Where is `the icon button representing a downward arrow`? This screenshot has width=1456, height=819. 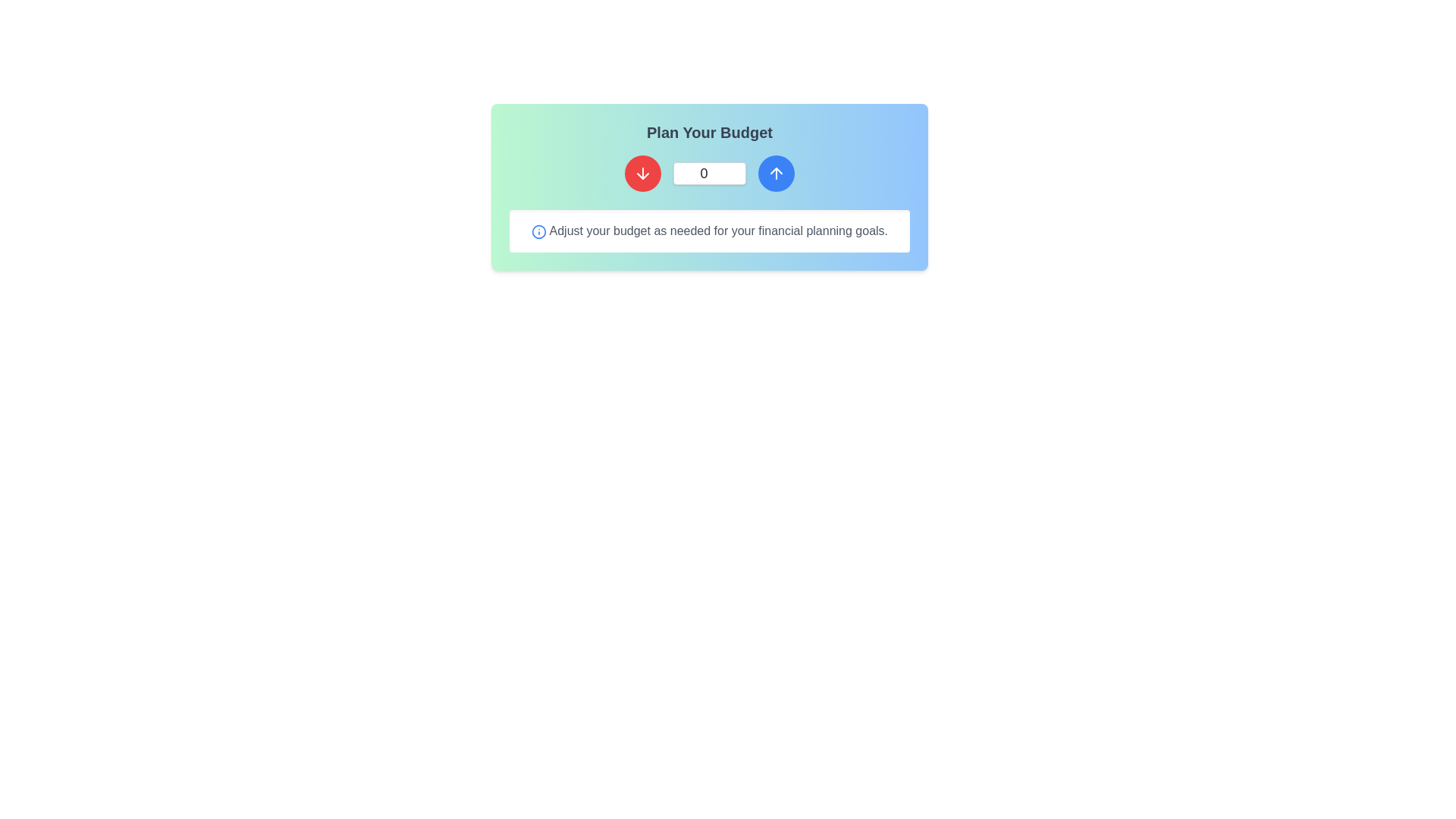 the icon button representing a downward arrow is located at coordinates (643, 172).